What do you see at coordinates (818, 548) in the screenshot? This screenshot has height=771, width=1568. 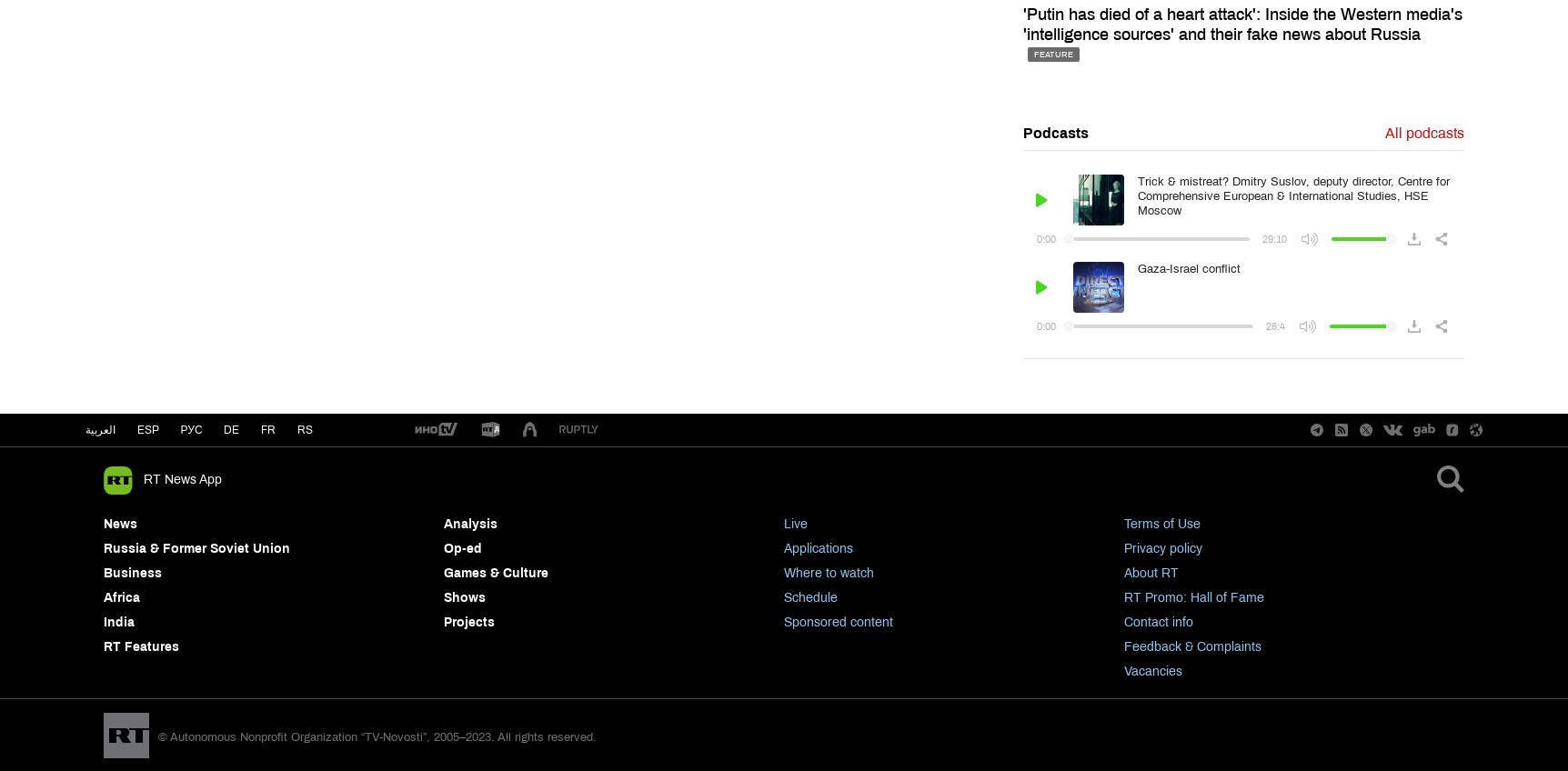 I see `'Applications'` at bounding box center [818, 548].